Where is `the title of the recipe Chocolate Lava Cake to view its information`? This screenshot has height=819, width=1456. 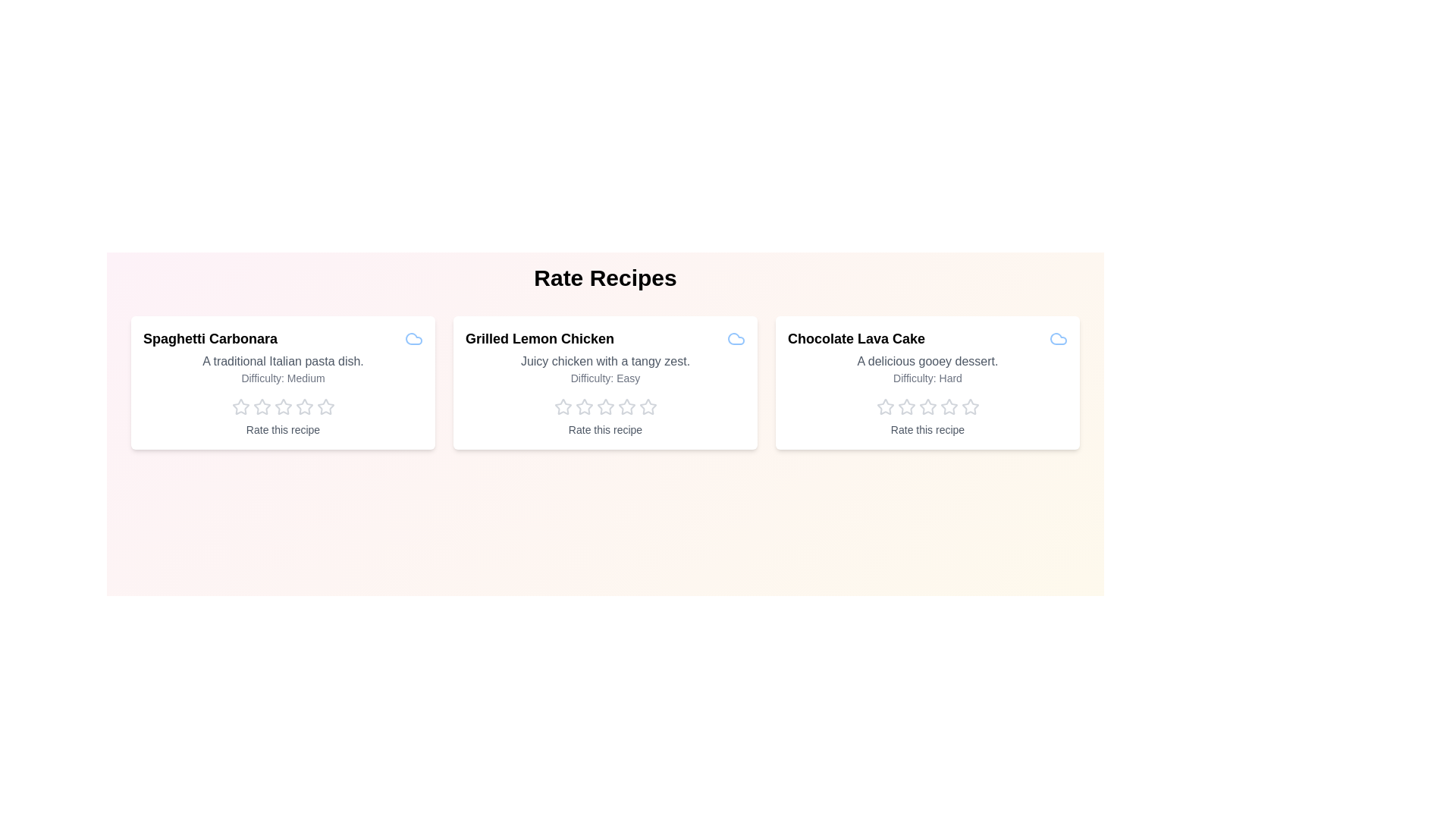
the title of the recipe Chocolate Lava Cake to view its information is located at coordinates (856, 338).